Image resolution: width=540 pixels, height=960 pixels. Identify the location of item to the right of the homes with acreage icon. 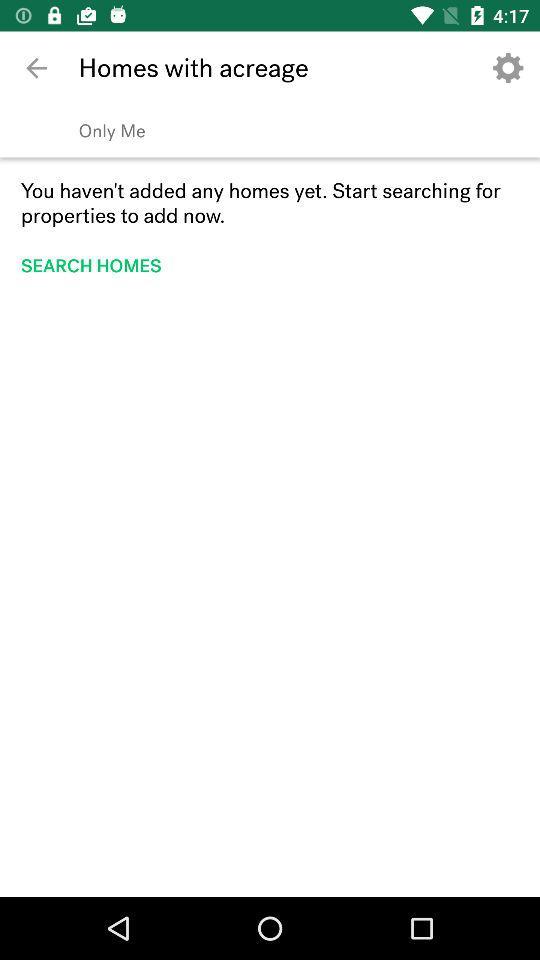
(508, 68).